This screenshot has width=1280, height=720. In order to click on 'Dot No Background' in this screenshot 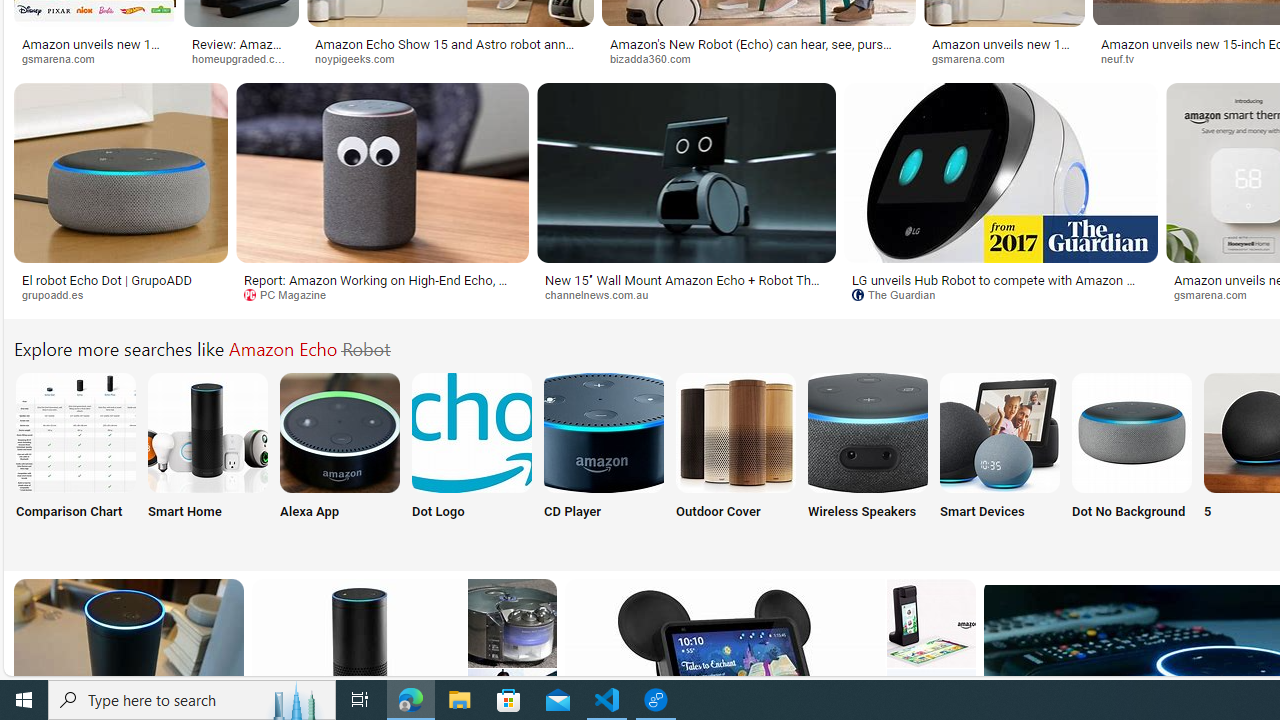, I will do `click(1132, 457)`.